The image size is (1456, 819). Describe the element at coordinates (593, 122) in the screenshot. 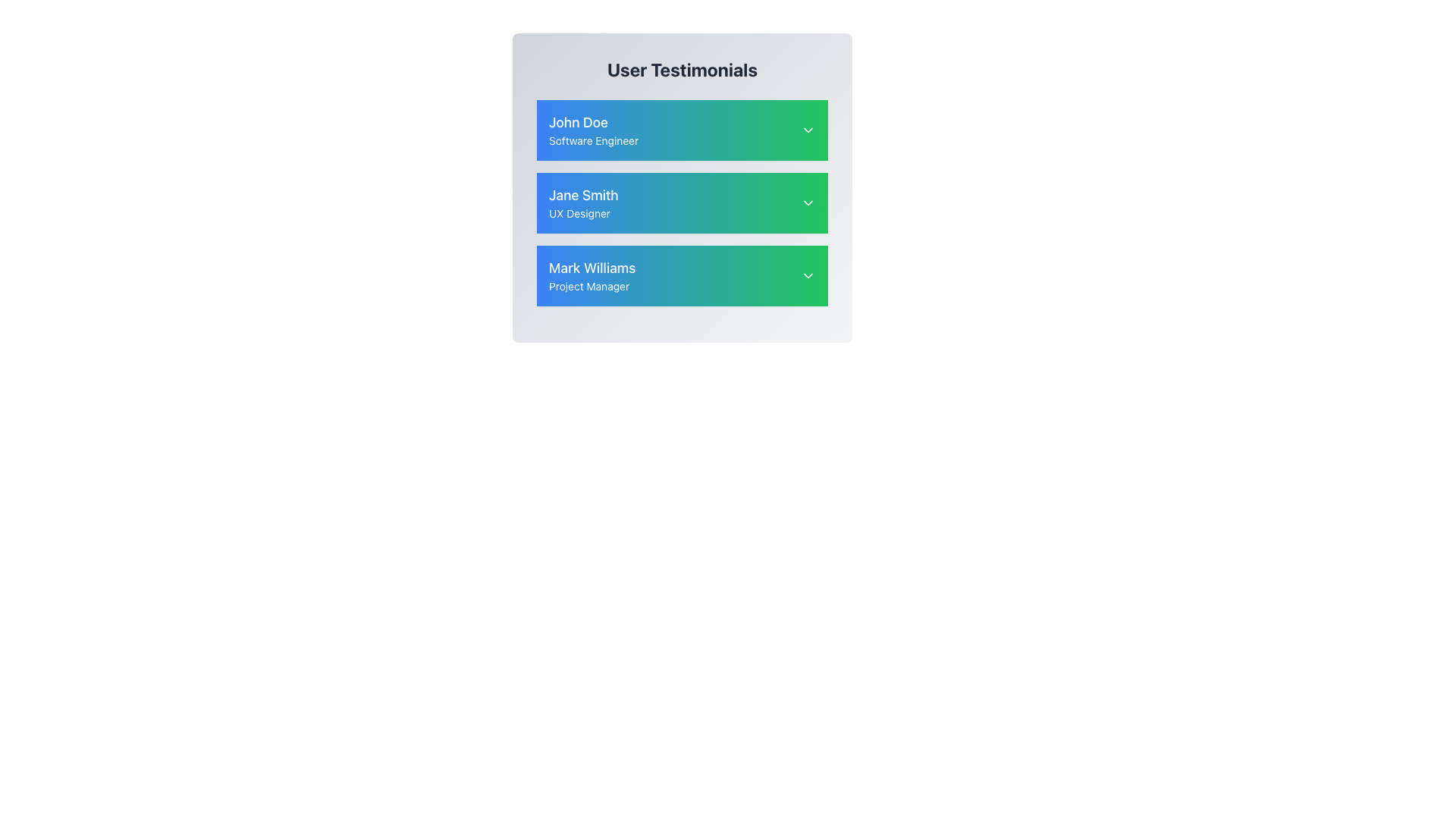

I see `the Text Label that represents the name of a user in the testimonial section, located at the upper-left of the card above 'Software Engineer'` at that location.